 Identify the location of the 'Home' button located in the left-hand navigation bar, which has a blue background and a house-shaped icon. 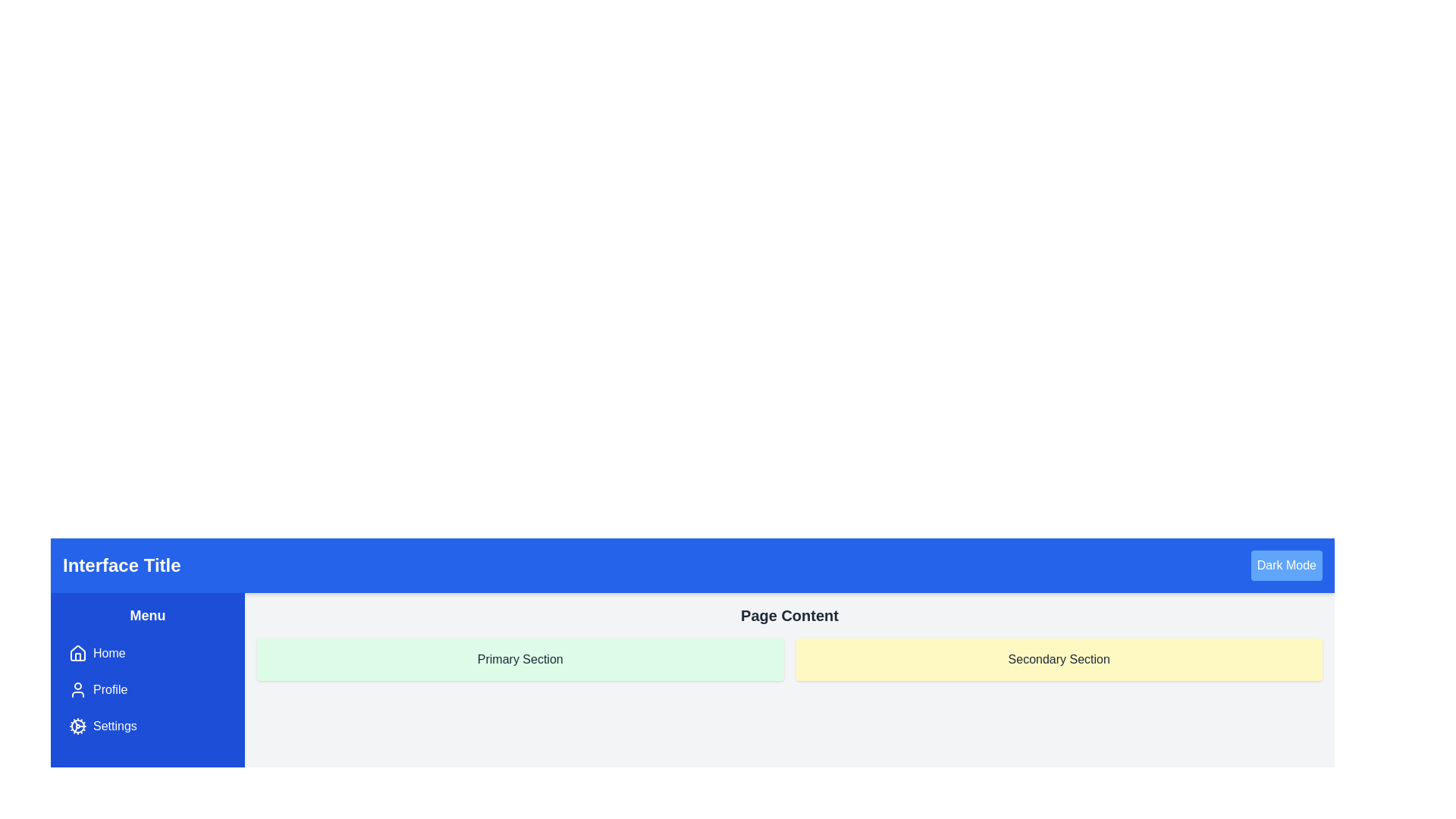
(96, 652).